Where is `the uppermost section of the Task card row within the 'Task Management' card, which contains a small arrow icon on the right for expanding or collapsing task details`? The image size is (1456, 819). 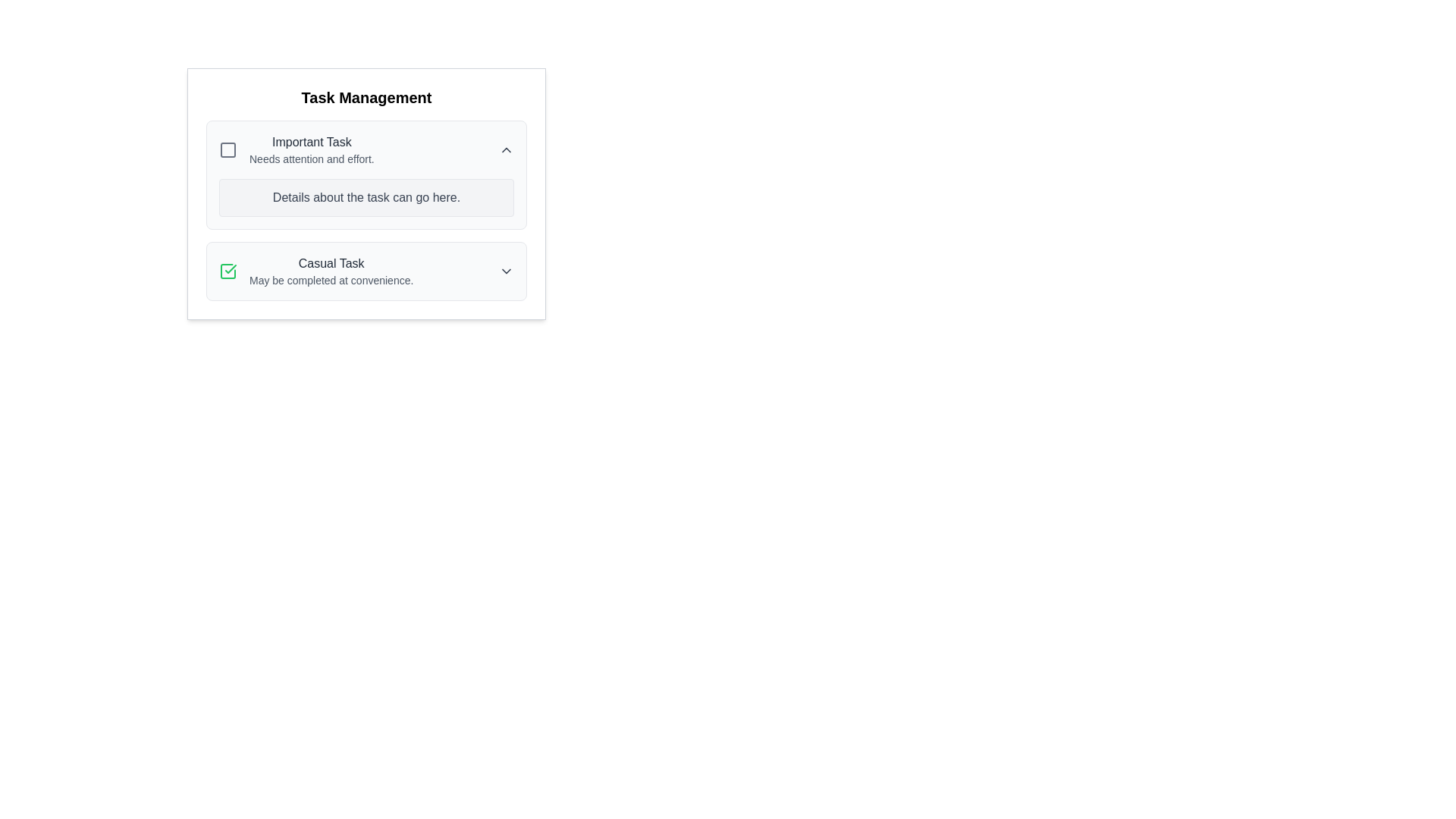
the uppermost section of the Task card row within the 'Task Management' card, which contains a small arrow icon on the right for expanding or collapsing task details is located at coordinates (366, 149).